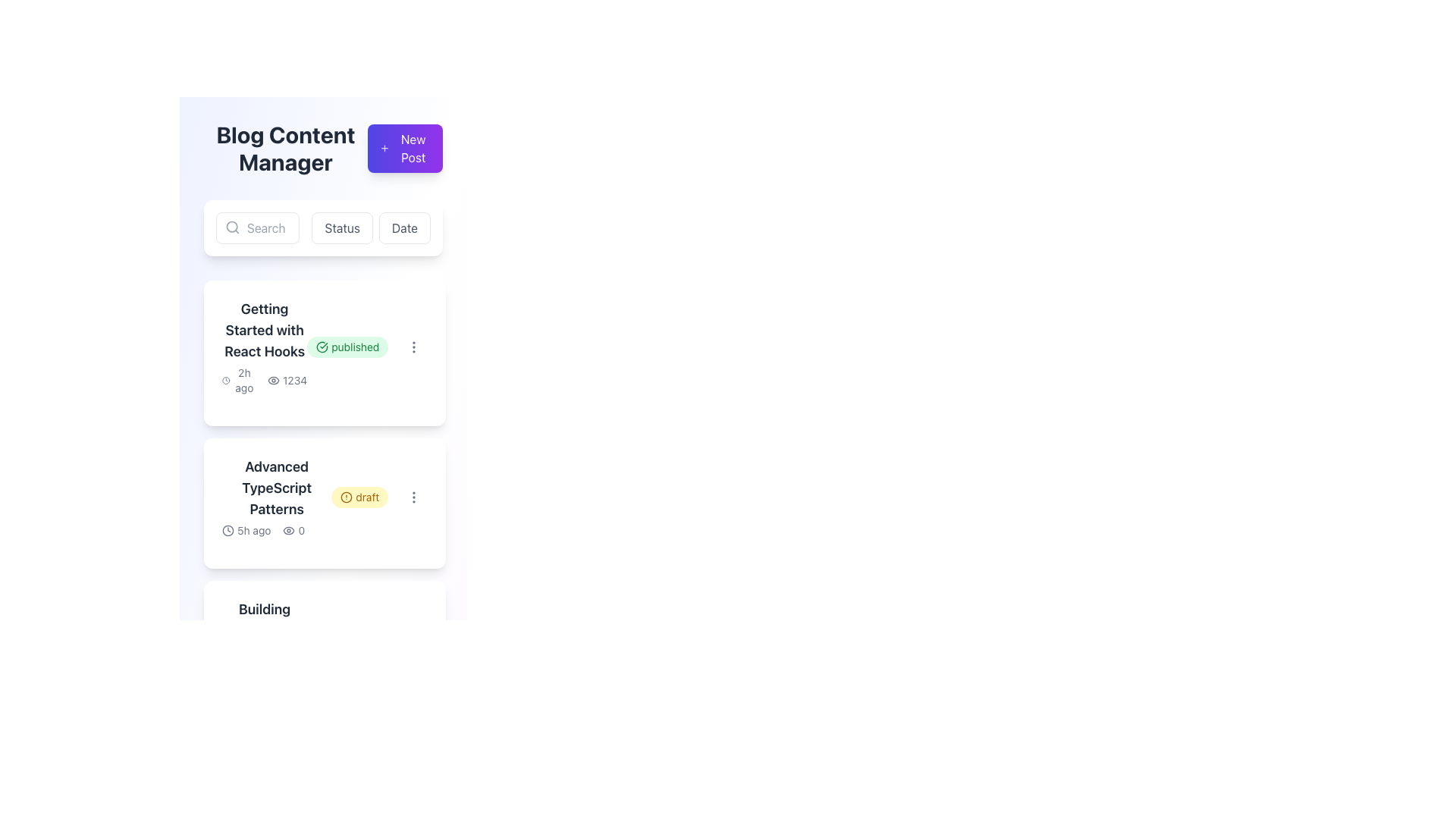  Describe the element at coordinates (293, 529) in the screenshot. I see `the icon displaying the number of views for the post titled 'Advanced TypeScript Patterns', located below '5h ago' in the card` at that location.